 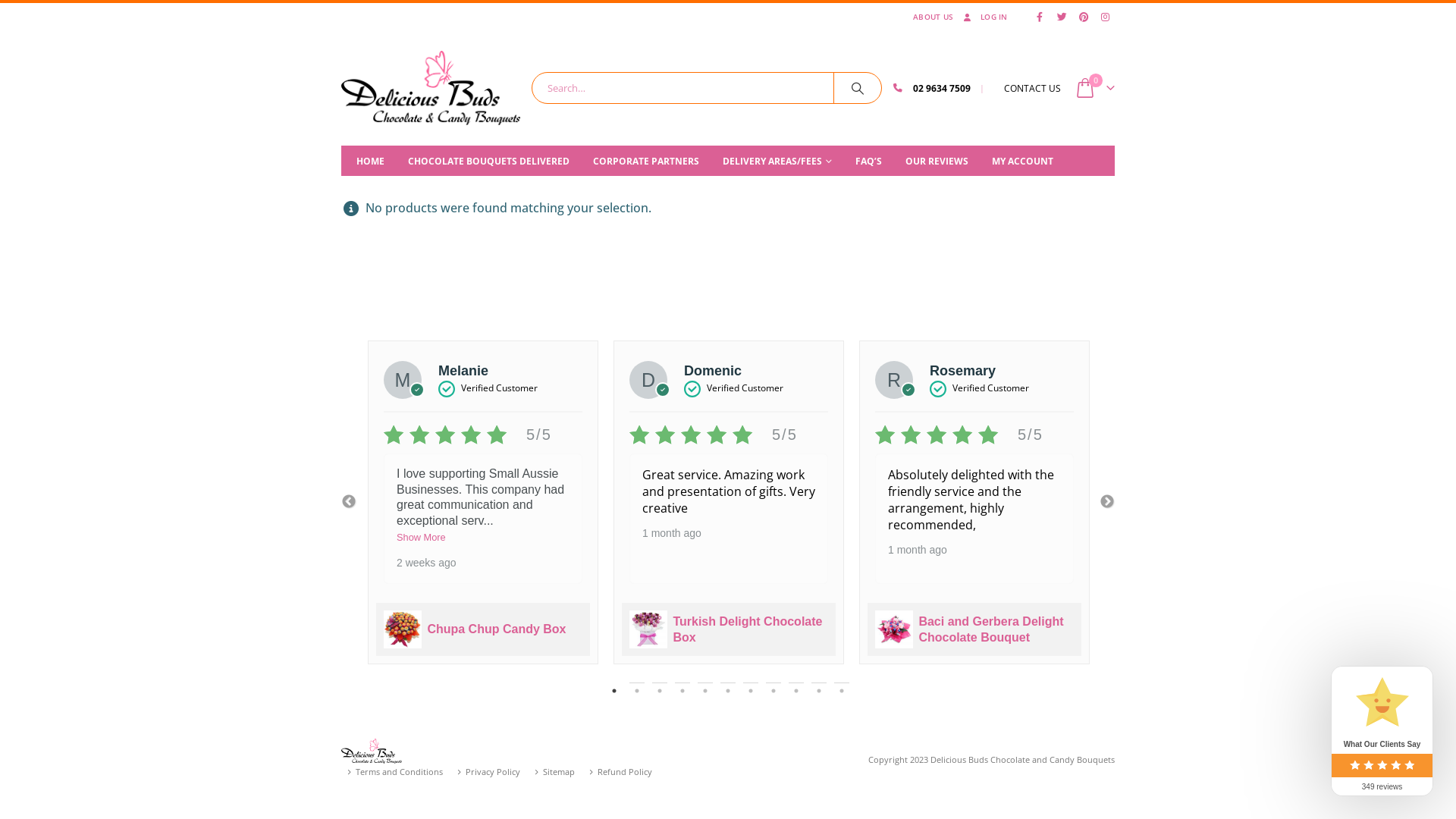 What do you see at coordinates (990, 629) in the screenshot?
I see `'Baci and Gerbera Delight Chocolate Bouquet'` at bounding box center [990, 629].